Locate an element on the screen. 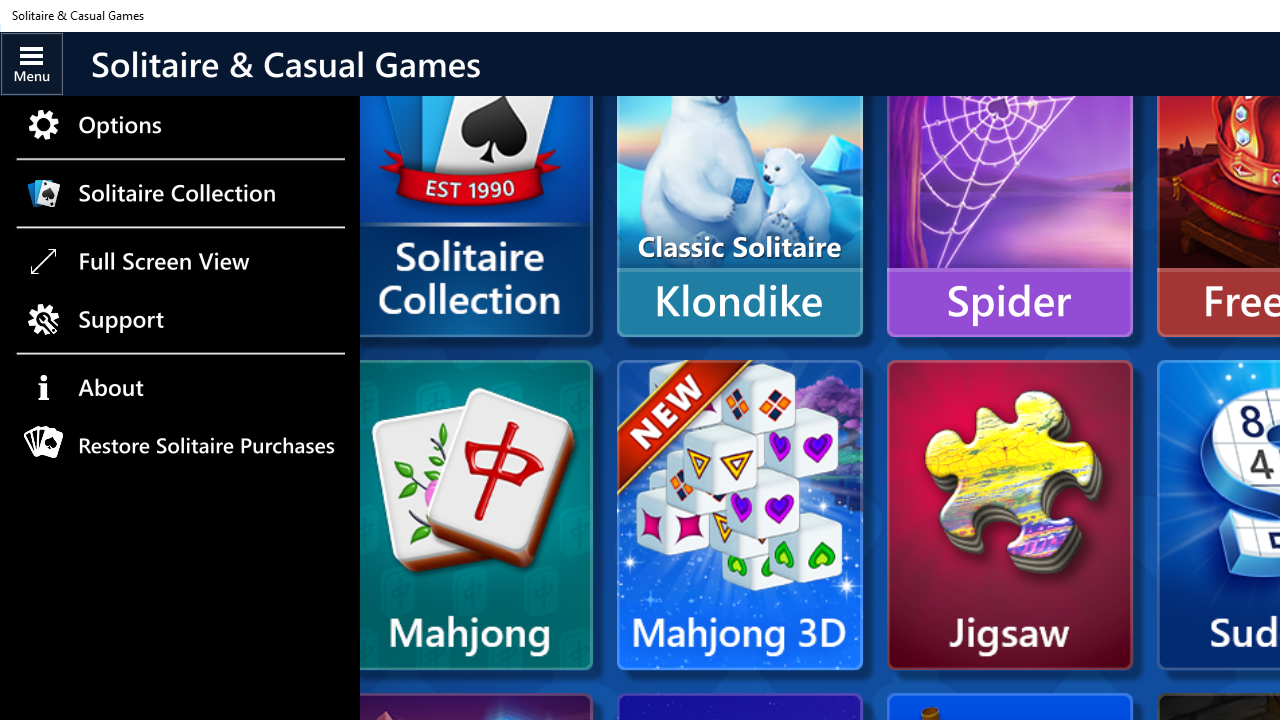 Image resolution: width=1280 pixels, height=720 pixels. 'Menu' is located at coordinates (32, 62).